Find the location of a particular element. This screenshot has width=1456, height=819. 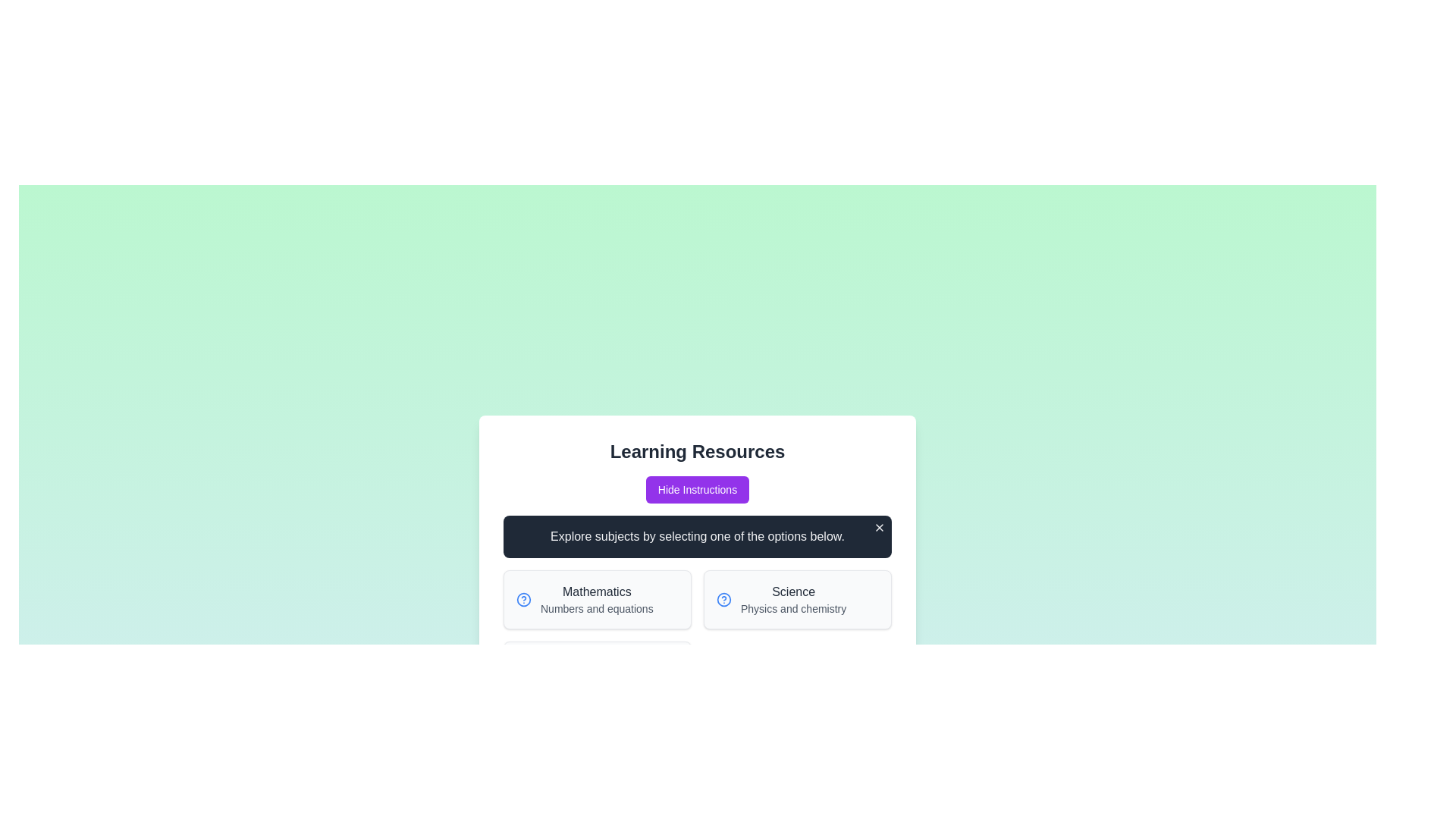

text label stating 'Numbers and equations', which is styled in a smaller gray font and located beneath the 'Mathematics' text is located at coordinates (596, 607).